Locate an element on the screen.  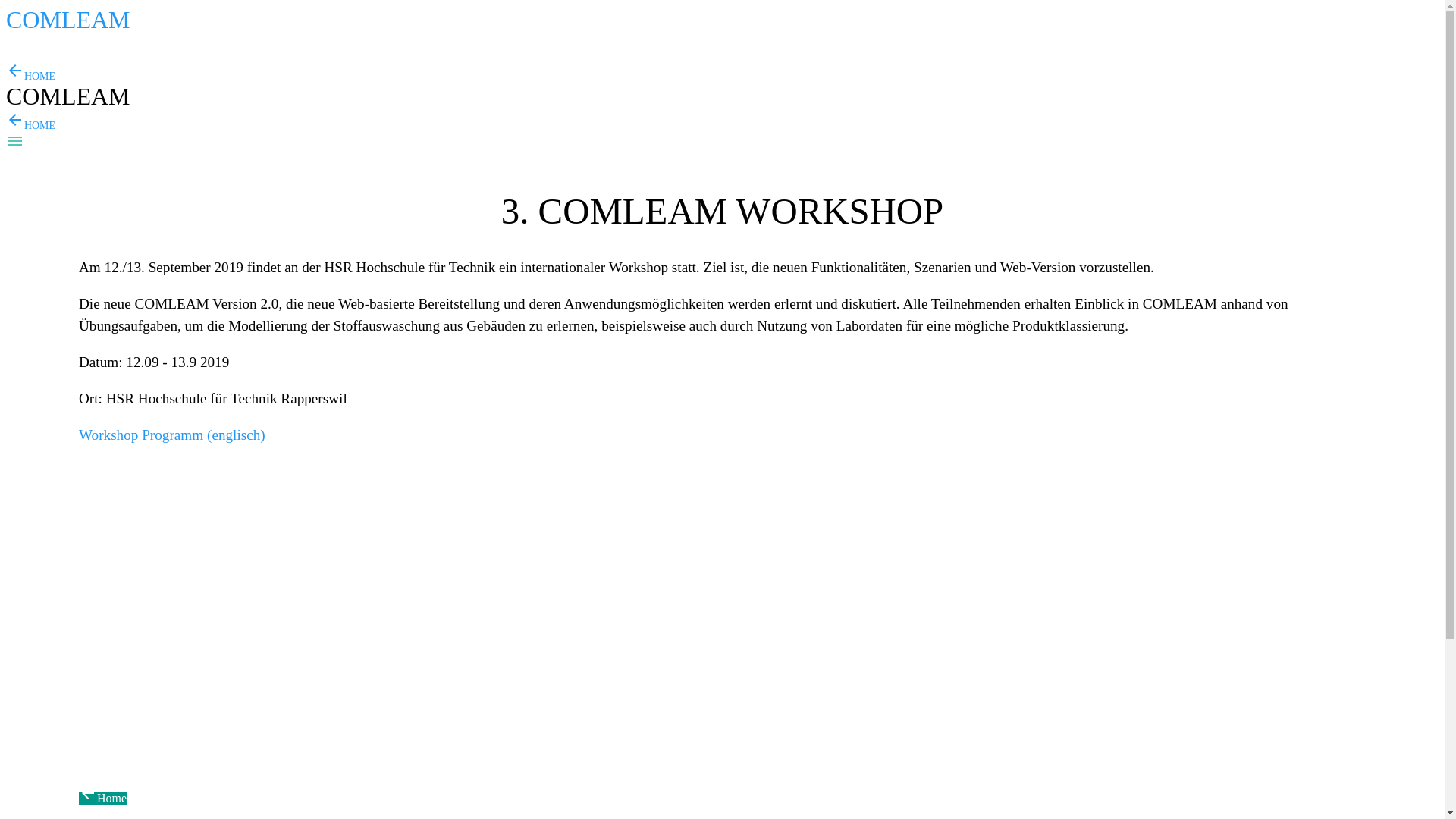
'arrow_backHOME' is located at coordinates (30, 124).